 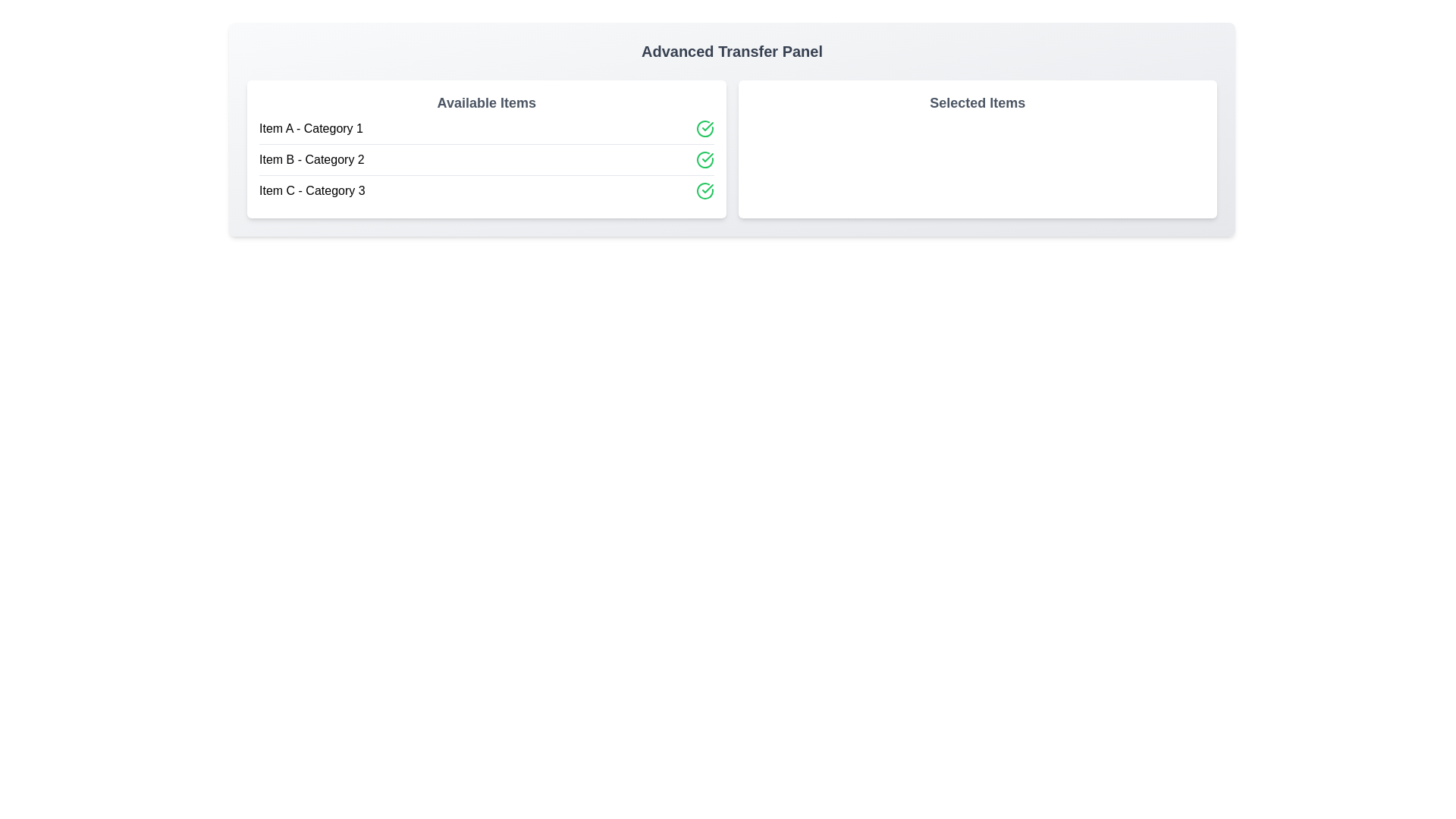 I want to click on the checkmark icon located to the right of 'Item B - Category 2' in the 'Available Items' list, which signifies approval or completion, so click(x=706, y=125).